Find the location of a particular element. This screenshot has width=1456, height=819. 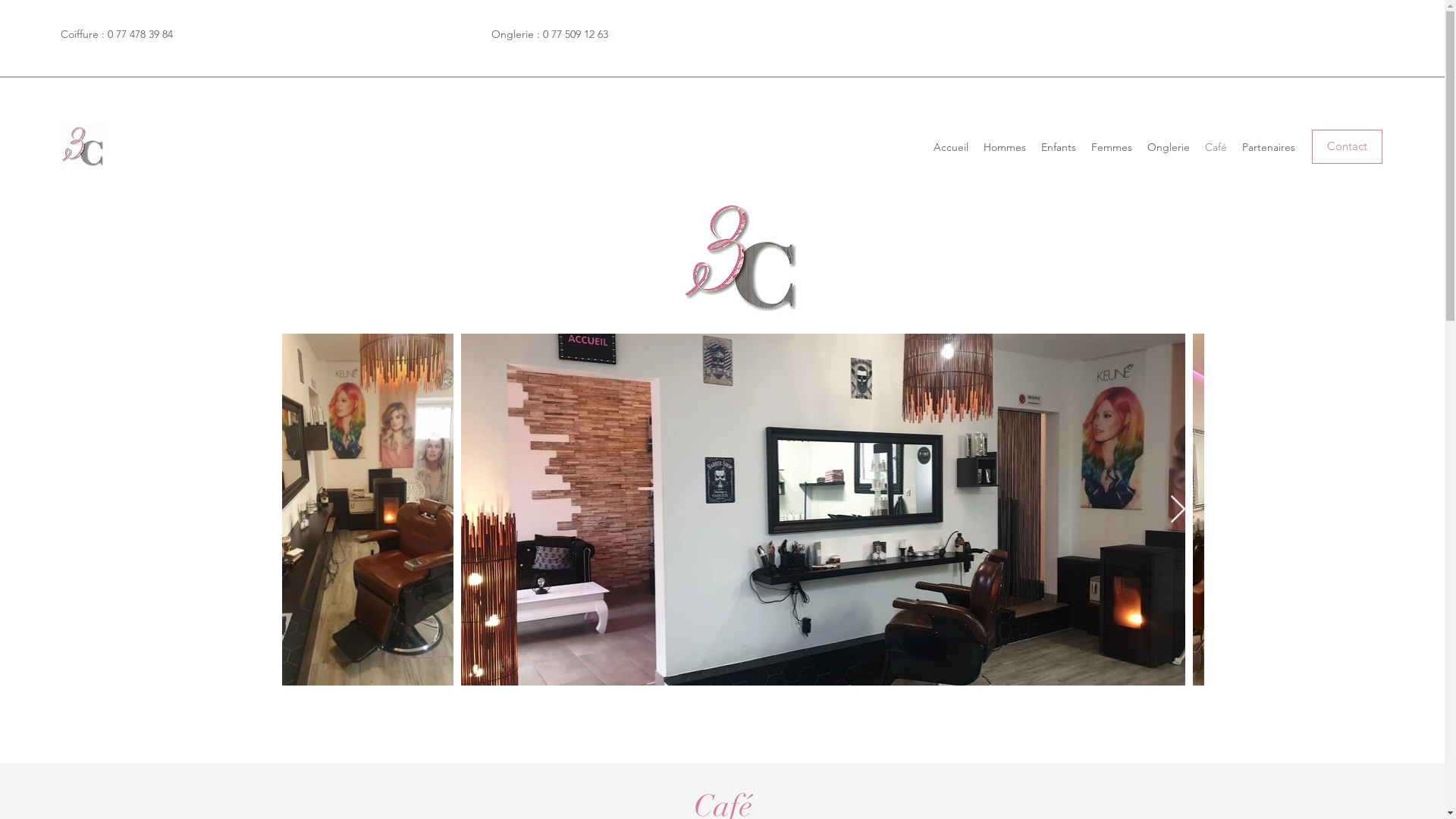

'Onglerie' is located at coordinates (1167, 146).